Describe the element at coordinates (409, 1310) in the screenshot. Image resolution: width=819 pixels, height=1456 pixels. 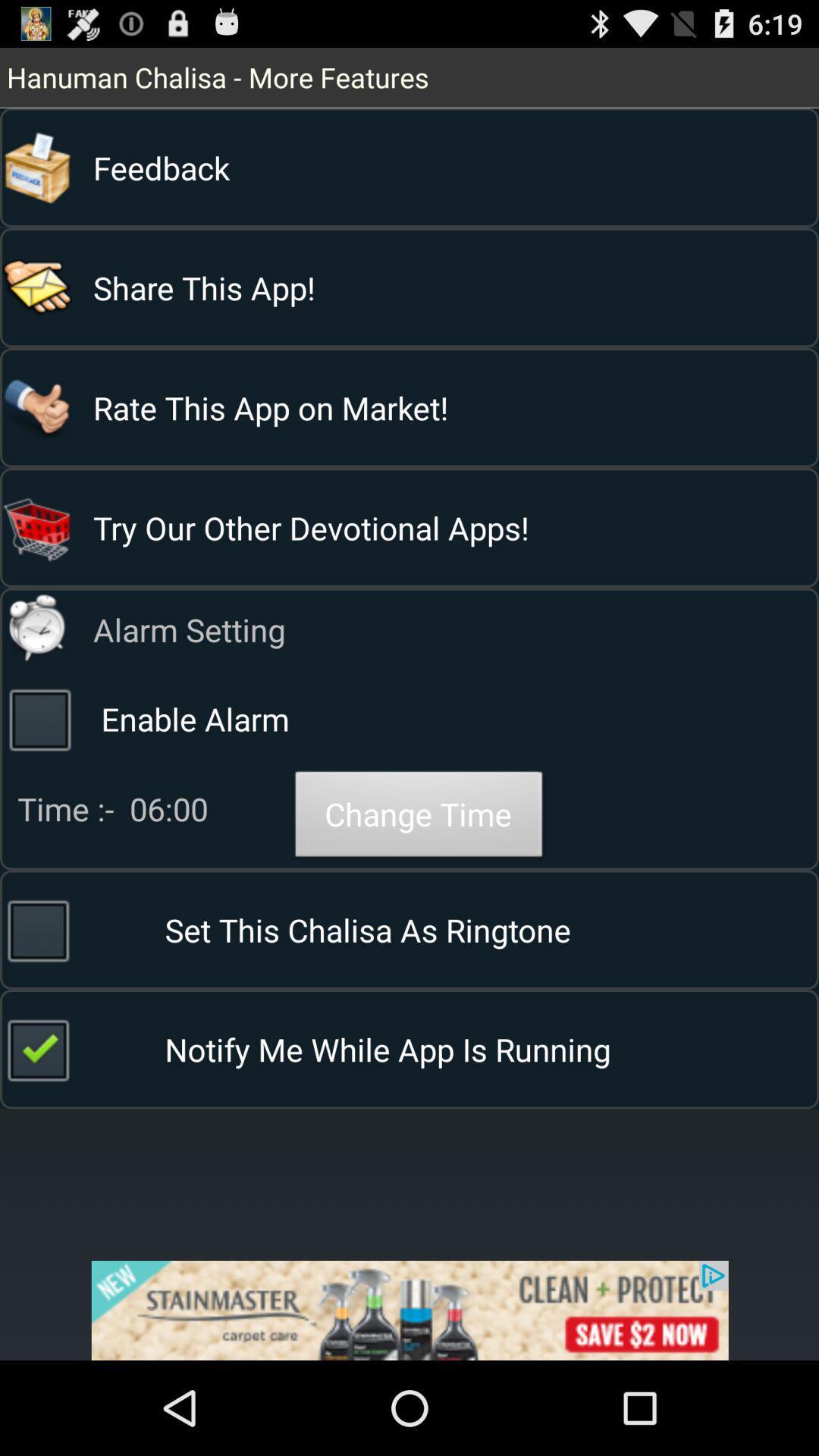
I see `icone` at that location.